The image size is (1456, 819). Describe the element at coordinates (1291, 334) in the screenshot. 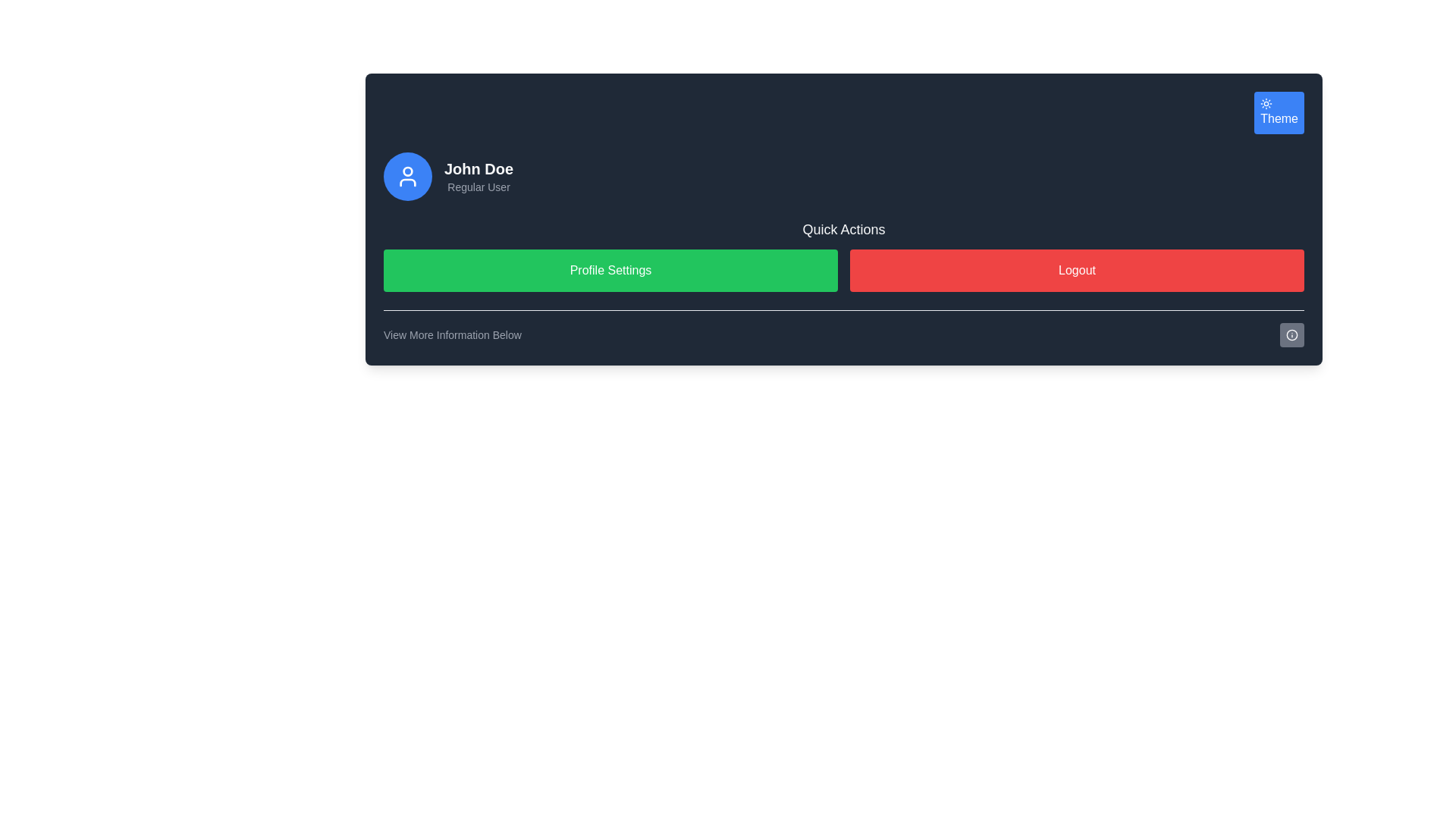

I see `the small square button with rounded corners and an information icon to observe the hover effect` at that location.